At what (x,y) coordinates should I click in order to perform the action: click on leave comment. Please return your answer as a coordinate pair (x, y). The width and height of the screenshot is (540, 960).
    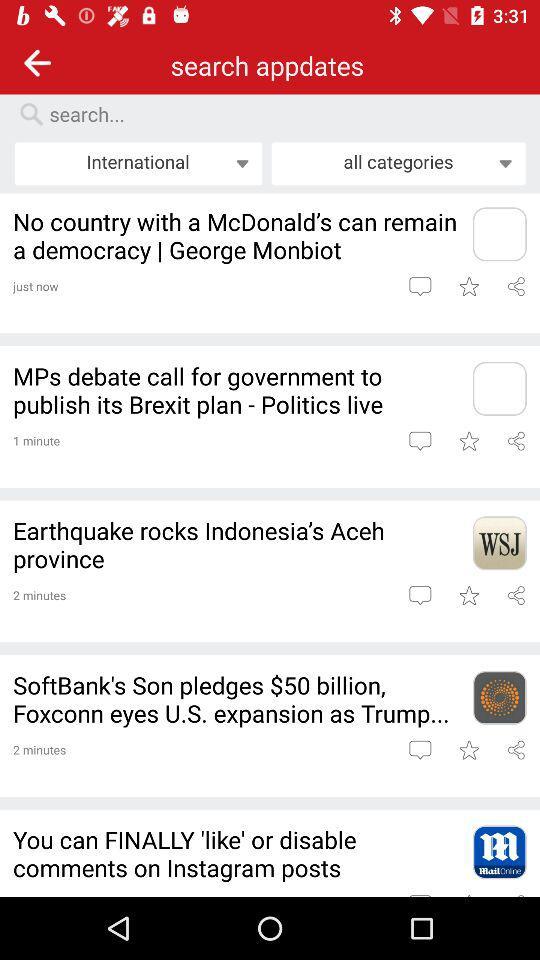
    Looking at the image, I should click on (419, 595).